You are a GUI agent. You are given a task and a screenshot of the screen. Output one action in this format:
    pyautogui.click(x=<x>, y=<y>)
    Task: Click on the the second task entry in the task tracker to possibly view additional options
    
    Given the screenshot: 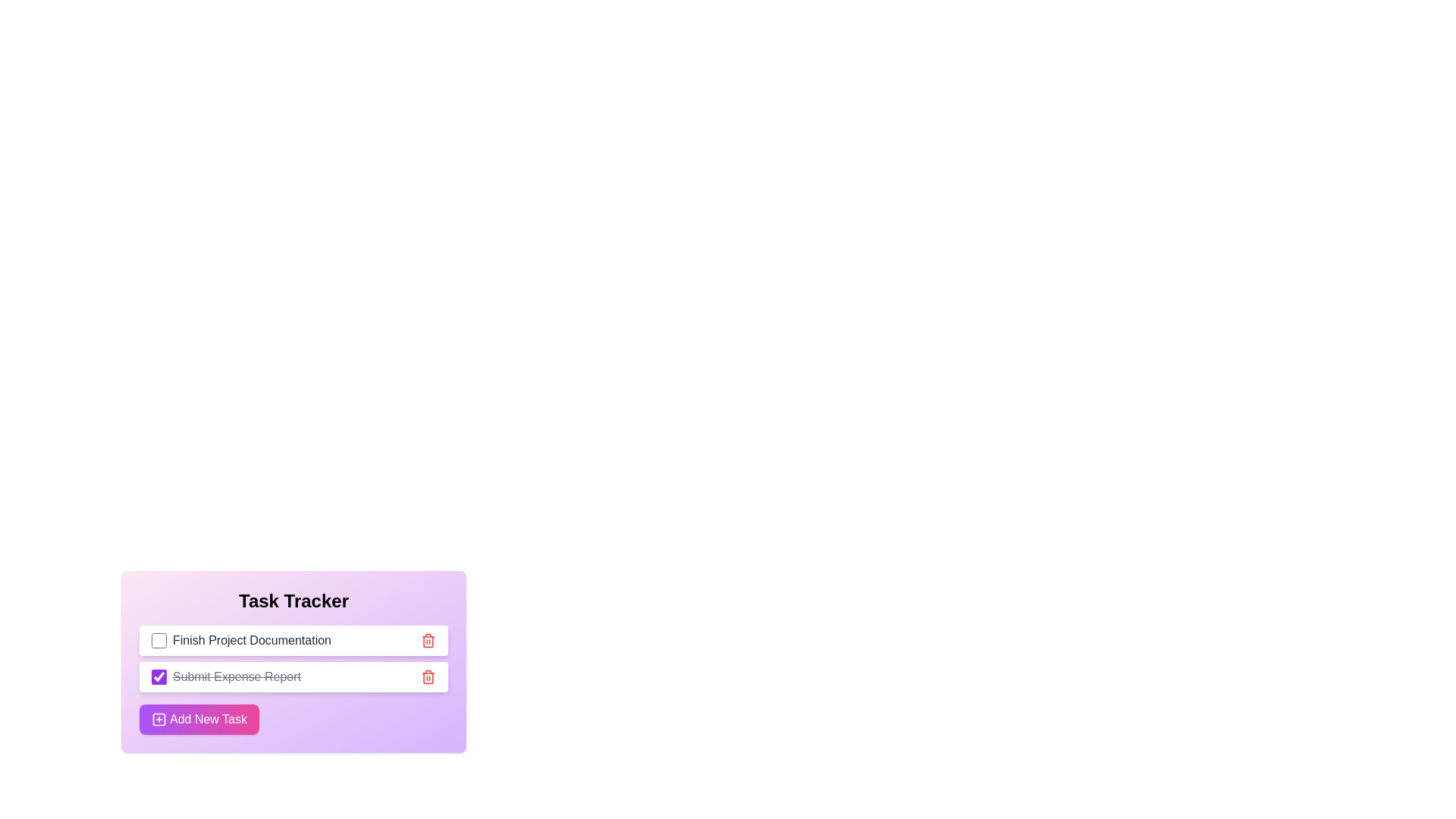 What is the action you would take?
    pyautogui.click(x=293, y=661)
    